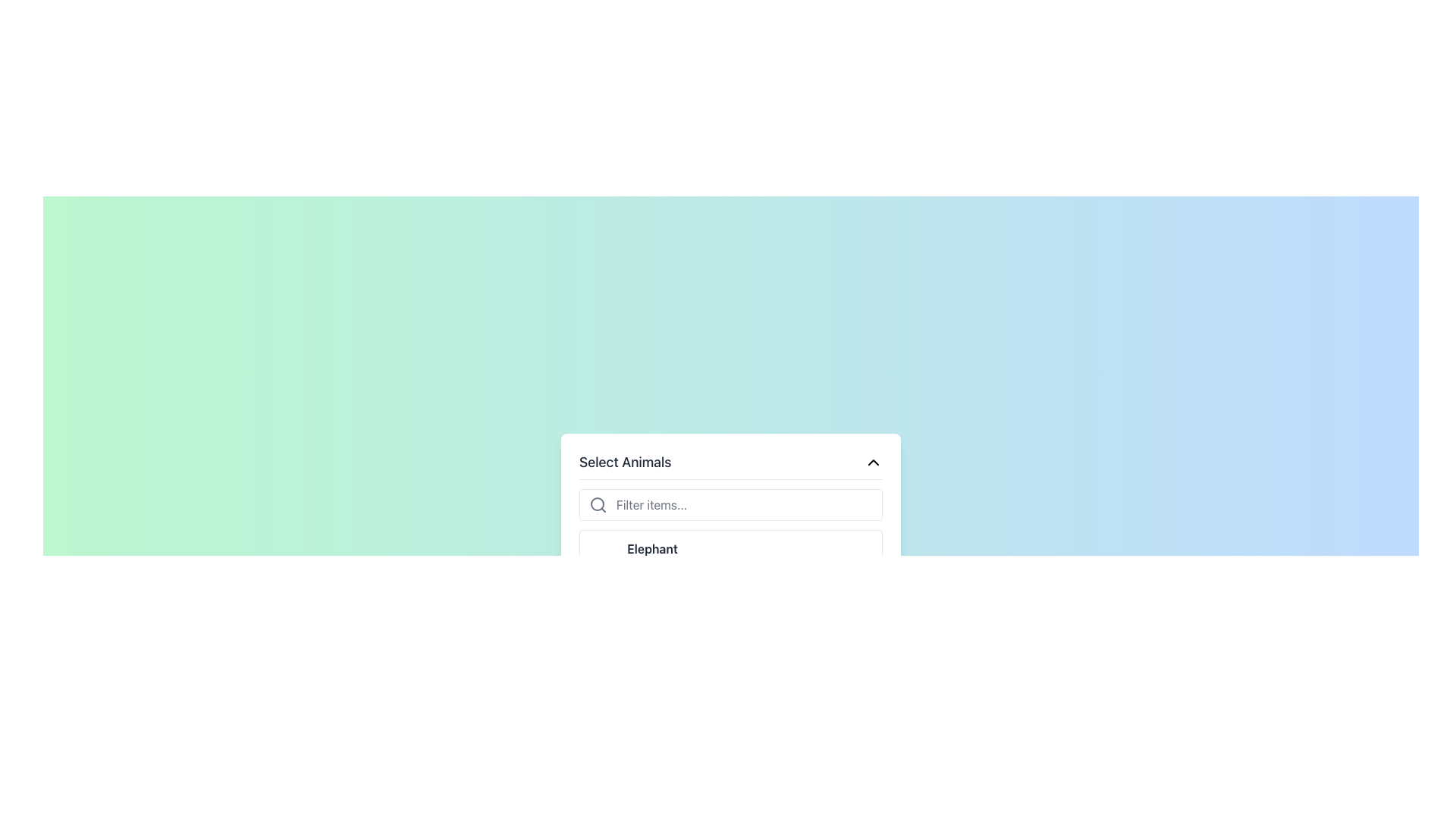  I want to click on the list item labeled 'Elephant' within the dropdown menu 'Select Animals', so click(652, 556).